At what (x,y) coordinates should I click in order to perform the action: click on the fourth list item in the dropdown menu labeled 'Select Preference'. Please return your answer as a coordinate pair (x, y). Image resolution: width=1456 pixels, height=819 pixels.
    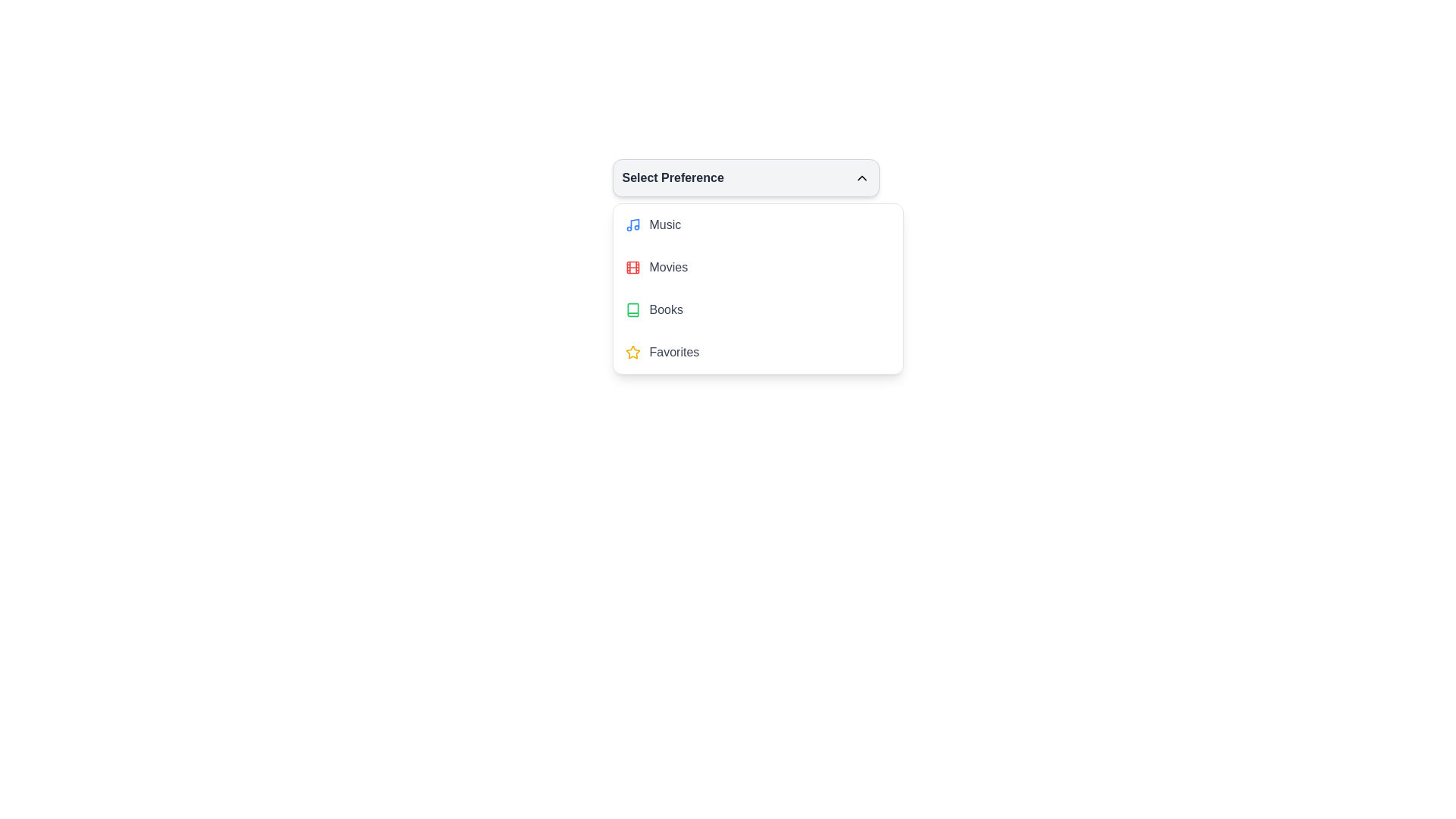
    Looking at the image, I should click on (758, 353).